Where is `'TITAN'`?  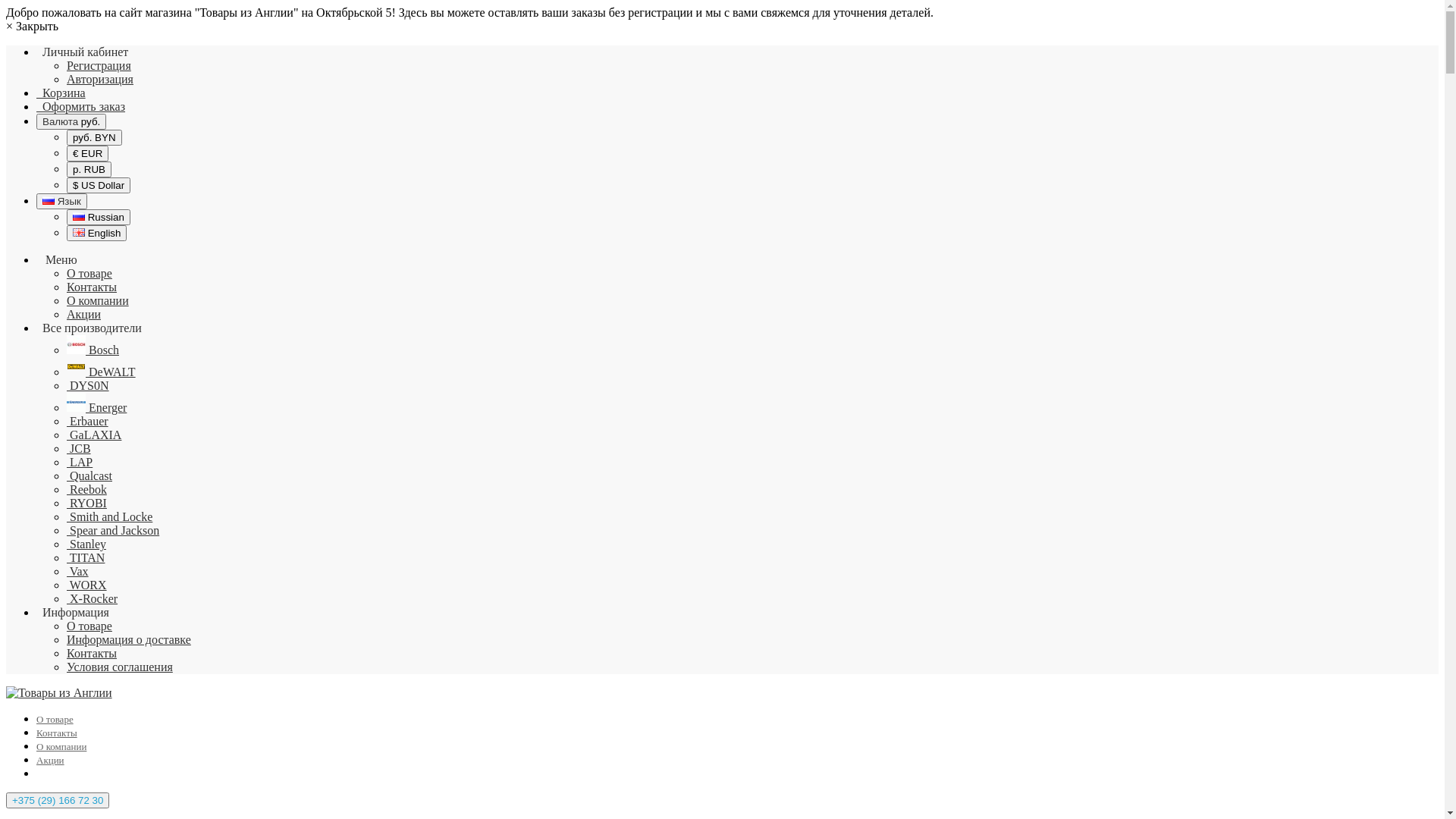 'TITAN' is located at coordinates (85, 557).